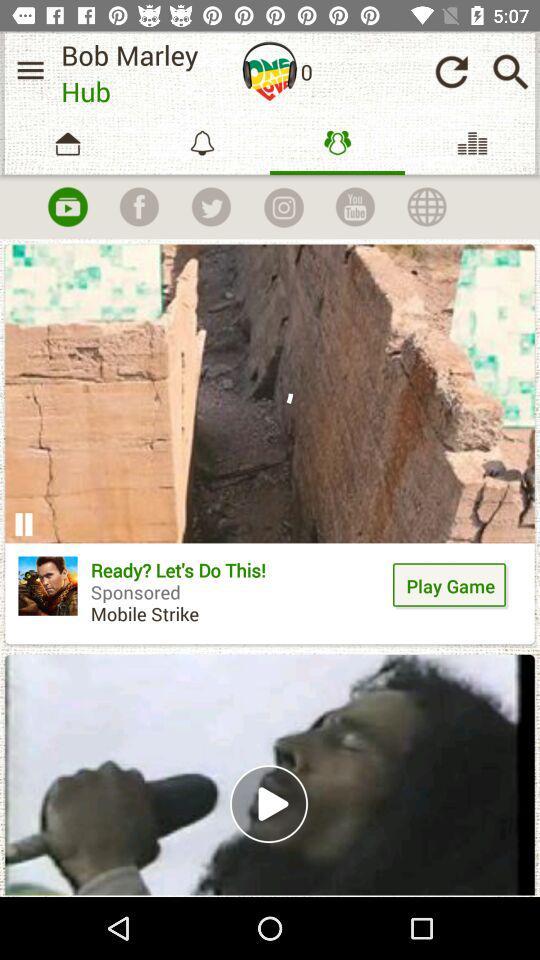 The height and width of the screenshot is (960, 540). Describe the element at coordinates (426, 207) in the screenshot. I see `world wide web` at that location.